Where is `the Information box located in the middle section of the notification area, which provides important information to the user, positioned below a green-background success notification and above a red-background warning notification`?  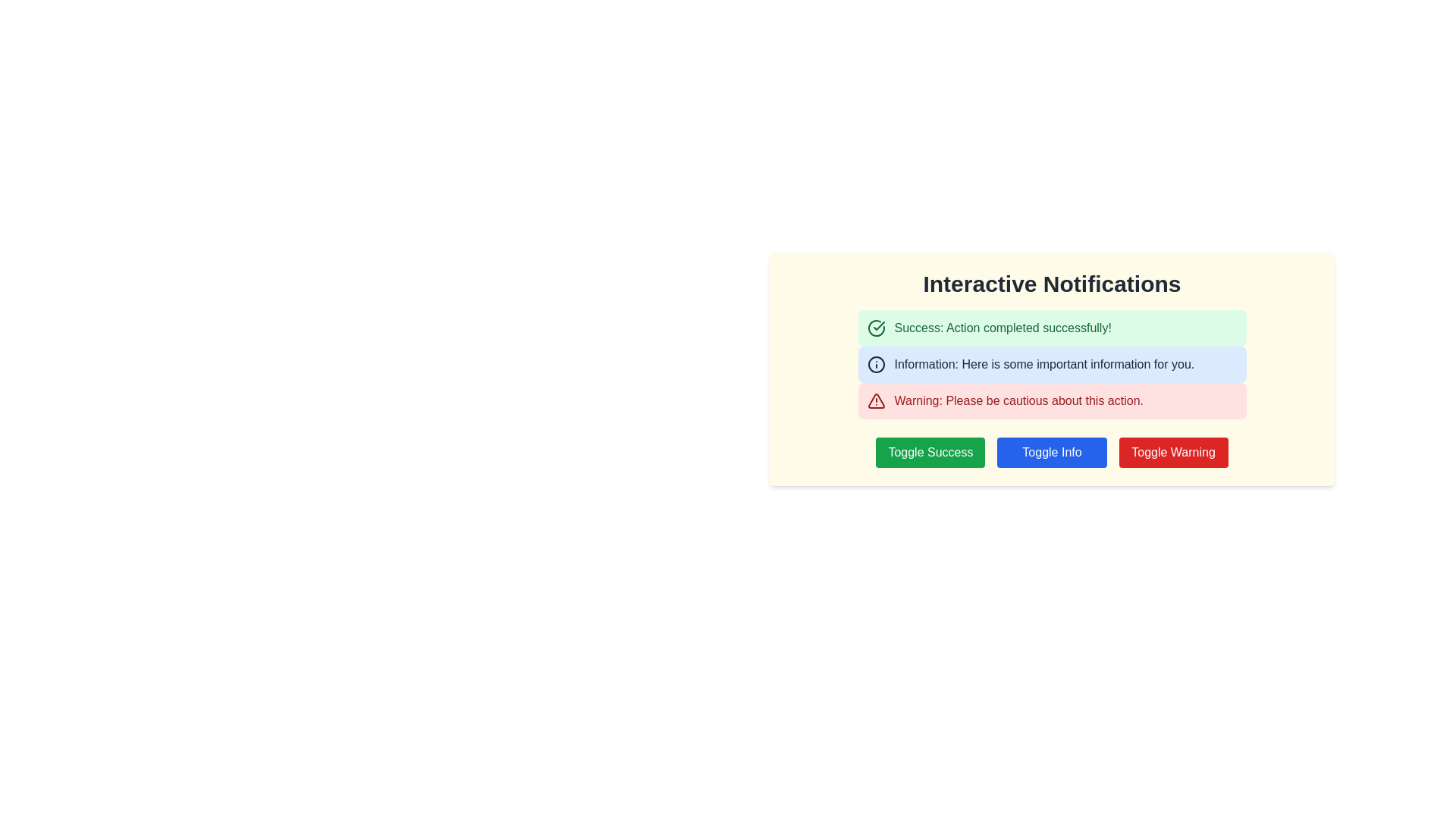
the Information box located in the middle section of the notification area, which provides important information to the user, positioned below a green-background success notification and above a red-background warning notification is located at coordinates (1051, 365).